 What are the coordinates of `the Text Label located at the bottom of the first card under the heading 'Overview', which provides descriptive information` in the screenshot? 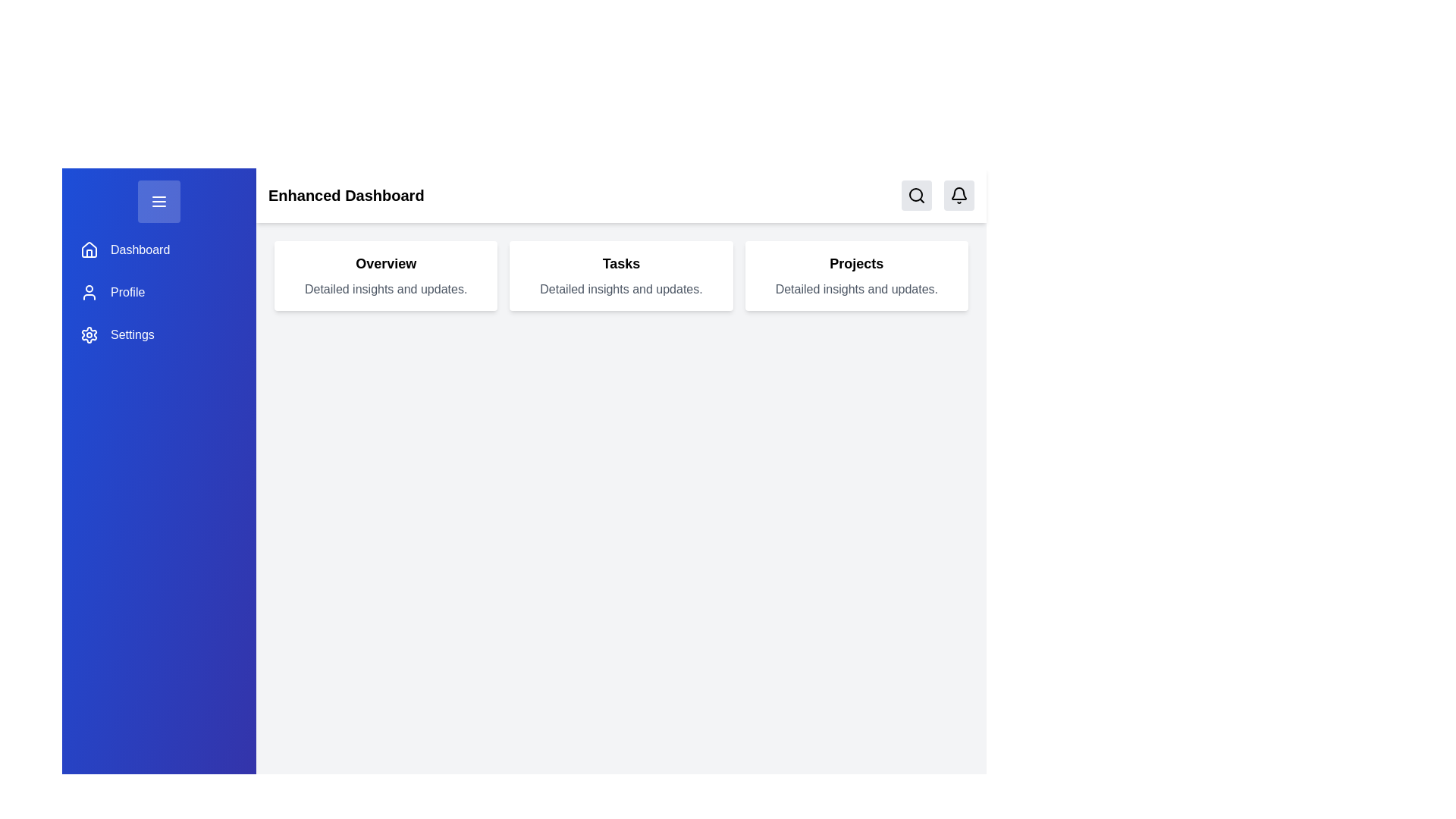 It's located at (386, 289).